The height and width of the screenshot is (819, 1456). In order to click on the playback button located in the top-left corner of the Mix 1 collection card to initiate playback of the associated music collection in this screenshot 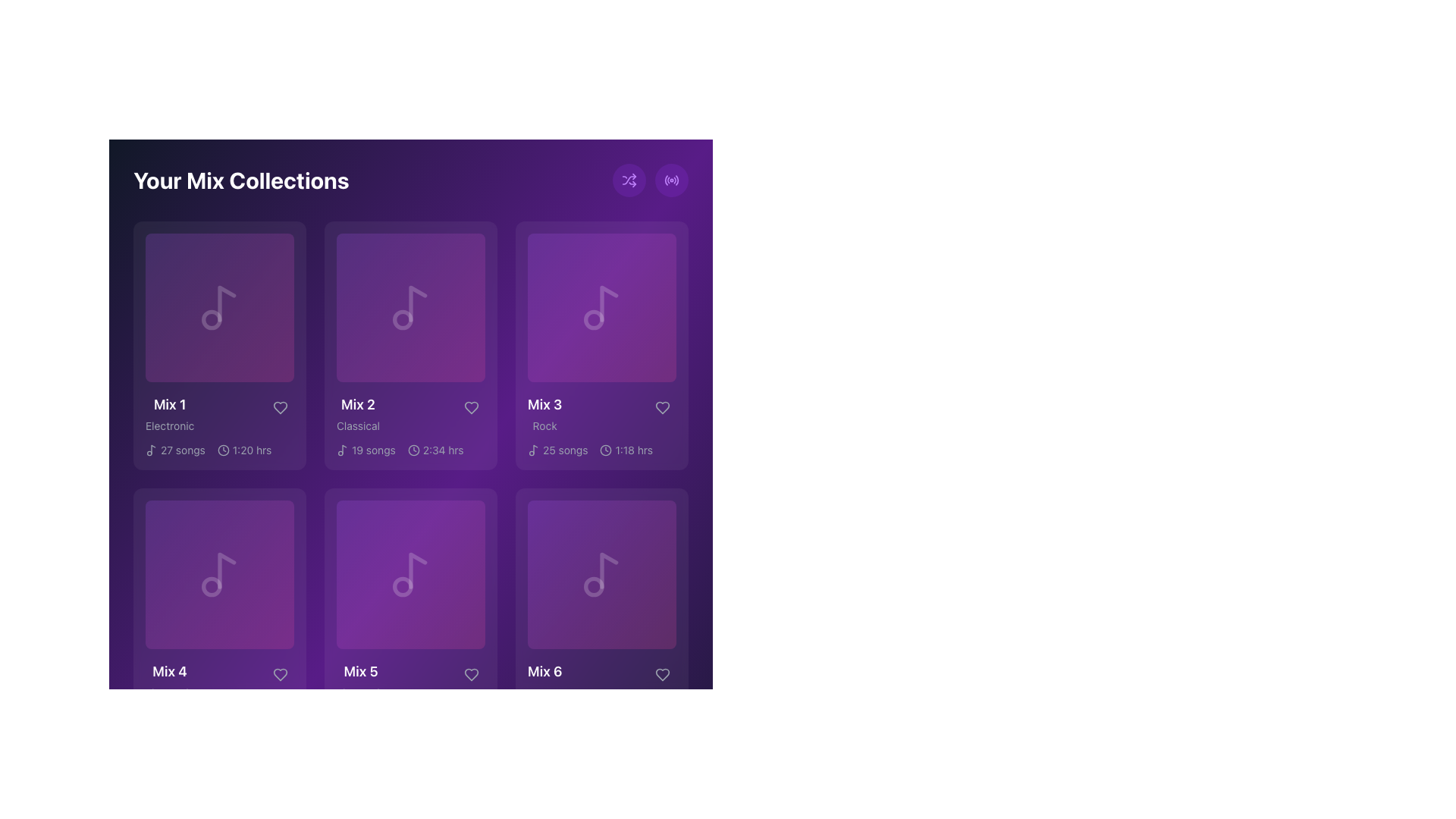, I will do `click(218, 307)`.